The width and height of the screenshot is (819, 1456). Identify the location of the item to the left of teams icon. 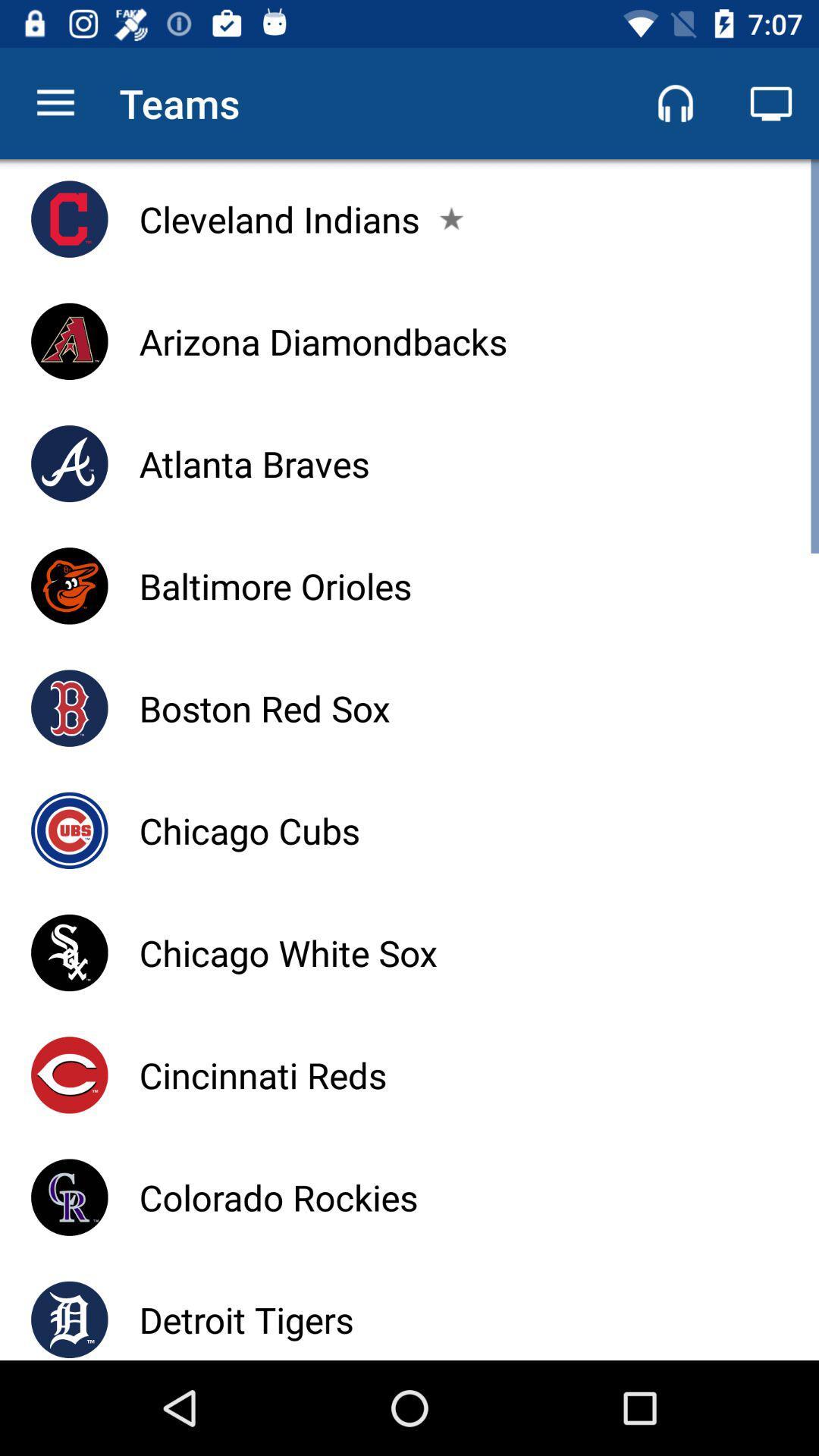
(55, 102).